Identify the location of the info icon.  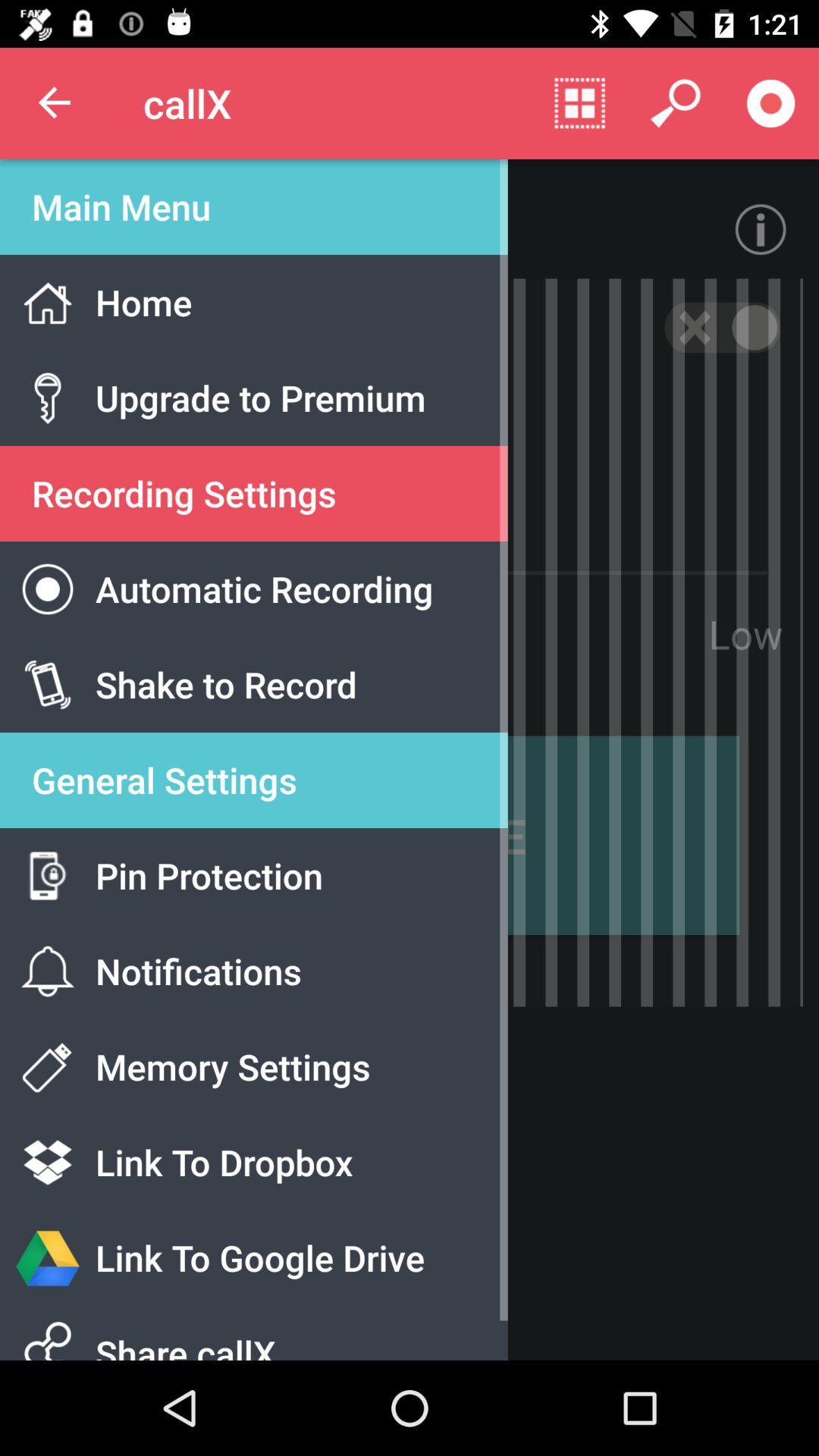
(770, 206).